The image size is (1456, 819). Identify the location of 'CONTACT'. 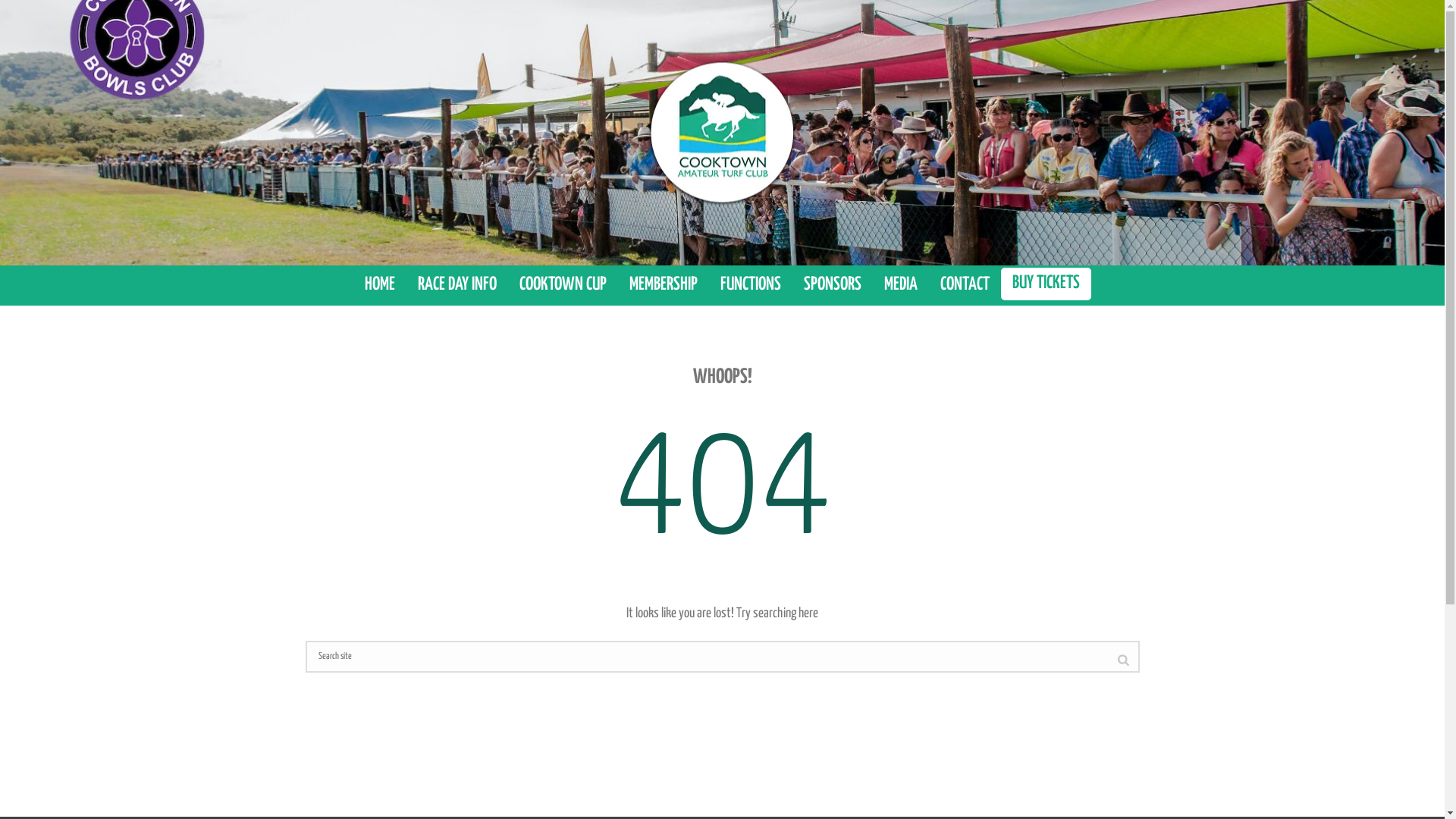
(964, 285).